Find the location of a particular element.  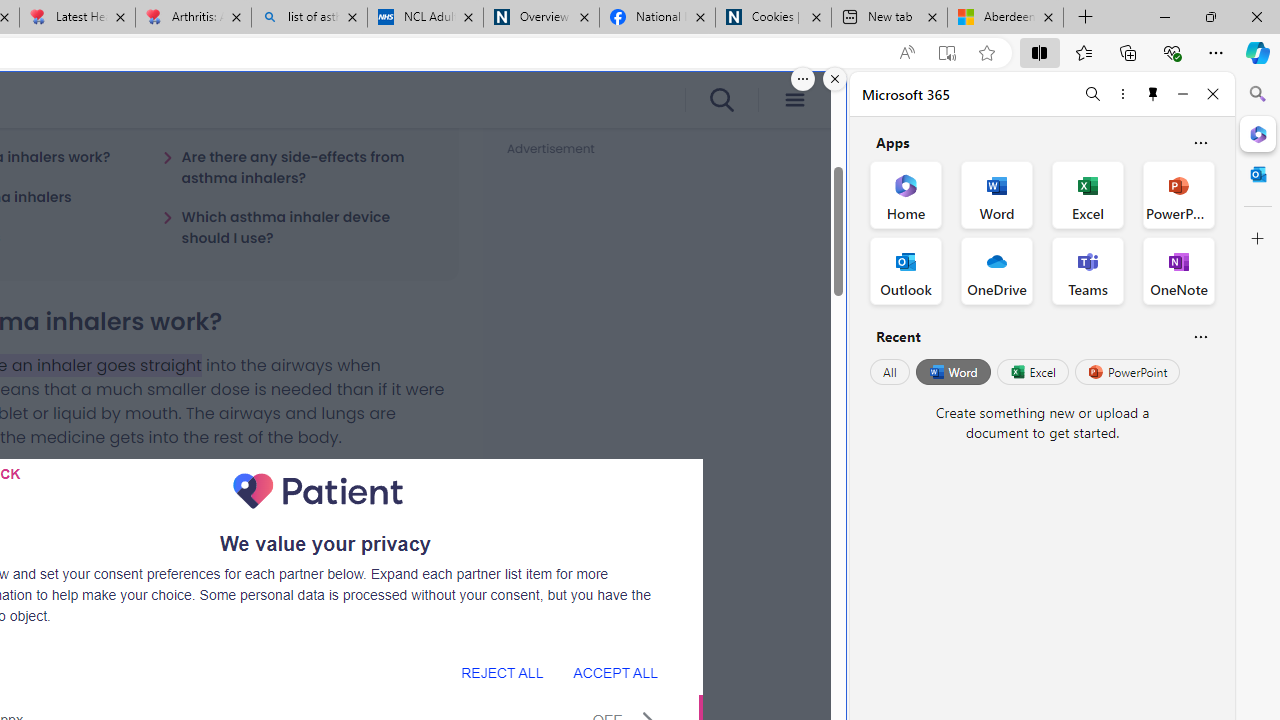

'ACCEPT ALL' is located at coordinates (614, 672).